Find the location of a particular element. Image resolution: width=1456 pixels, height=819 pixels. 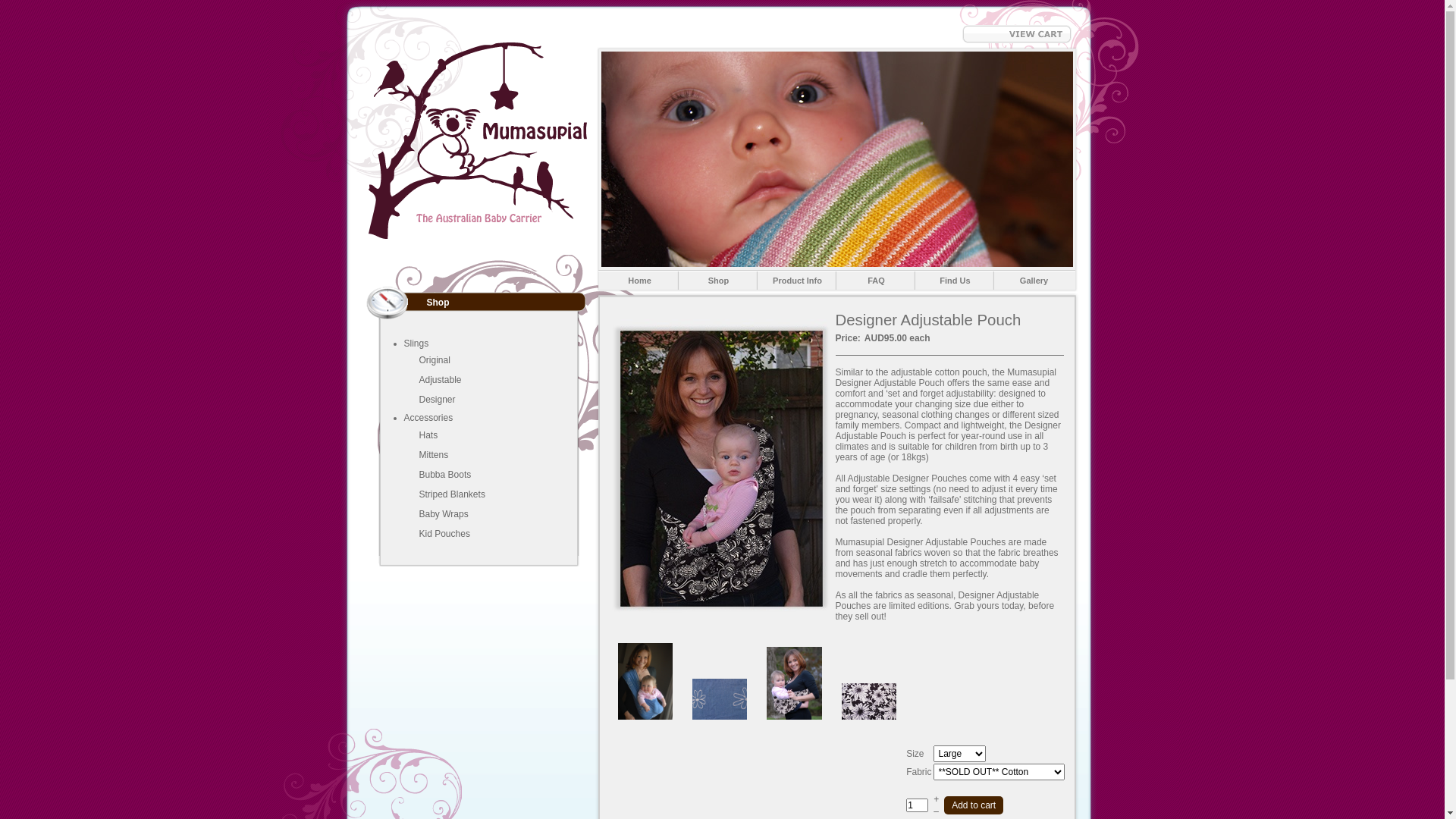

'Mittens' is located at coordinates (419, 454).